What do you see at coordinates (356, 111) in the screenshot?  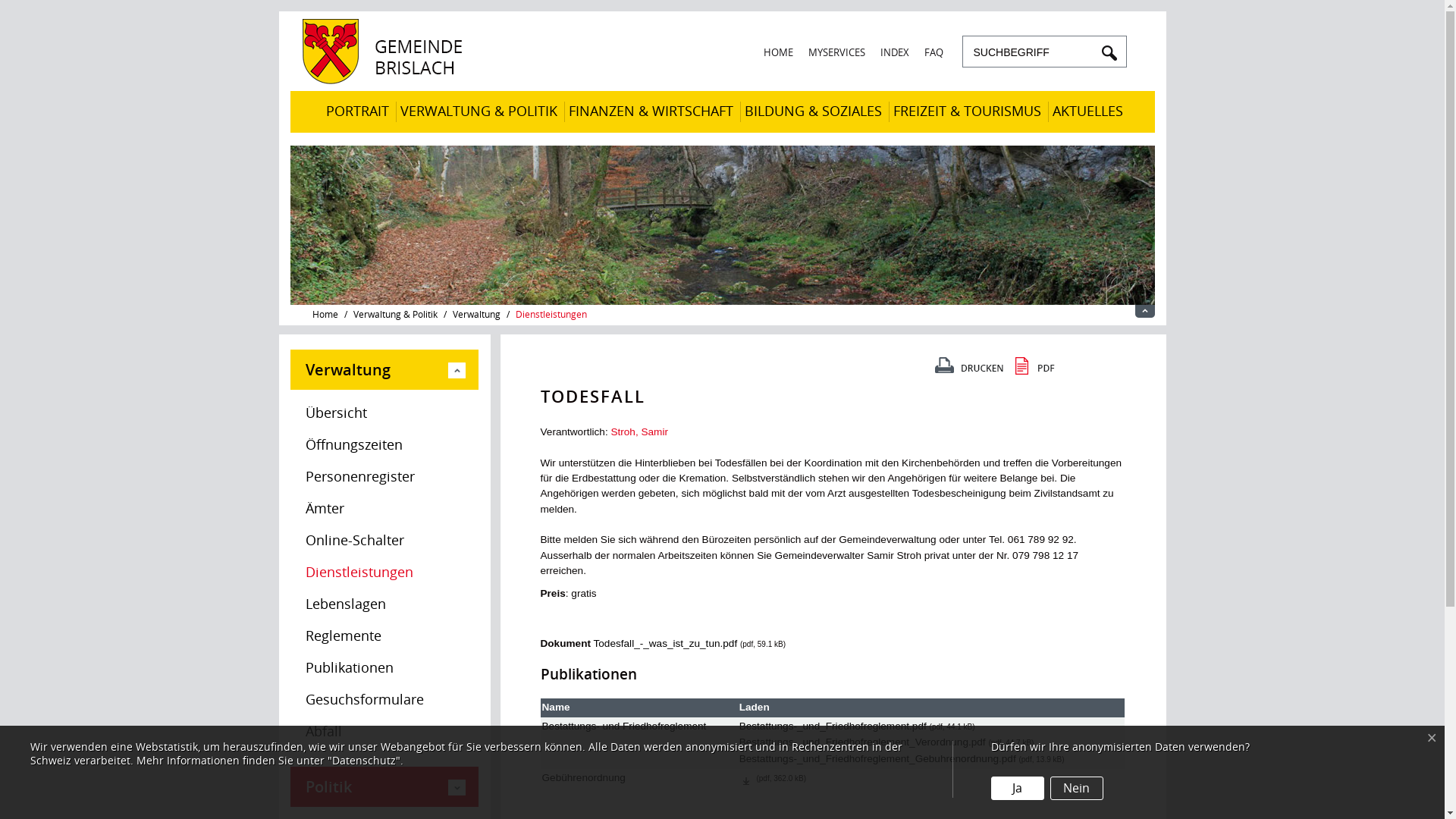 I see `'PORTRAIT'` at bounding box center [356, 111].